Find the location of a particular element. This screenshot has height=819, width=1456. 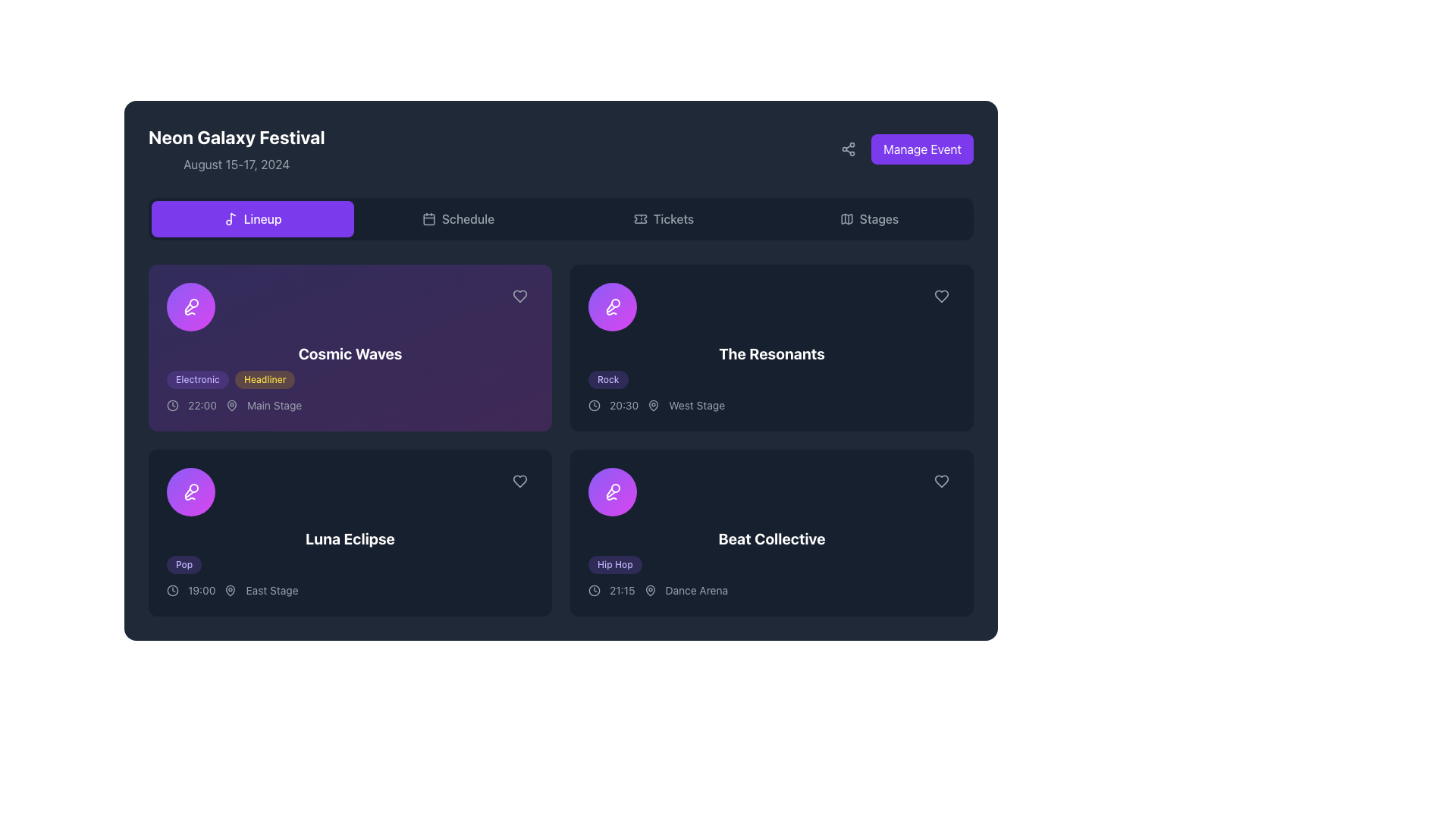

the clock icon, which is a minimalistic design with a circular outline and clock hands, located to the left of the time text '22:00' is located at coordinates (172, 405).